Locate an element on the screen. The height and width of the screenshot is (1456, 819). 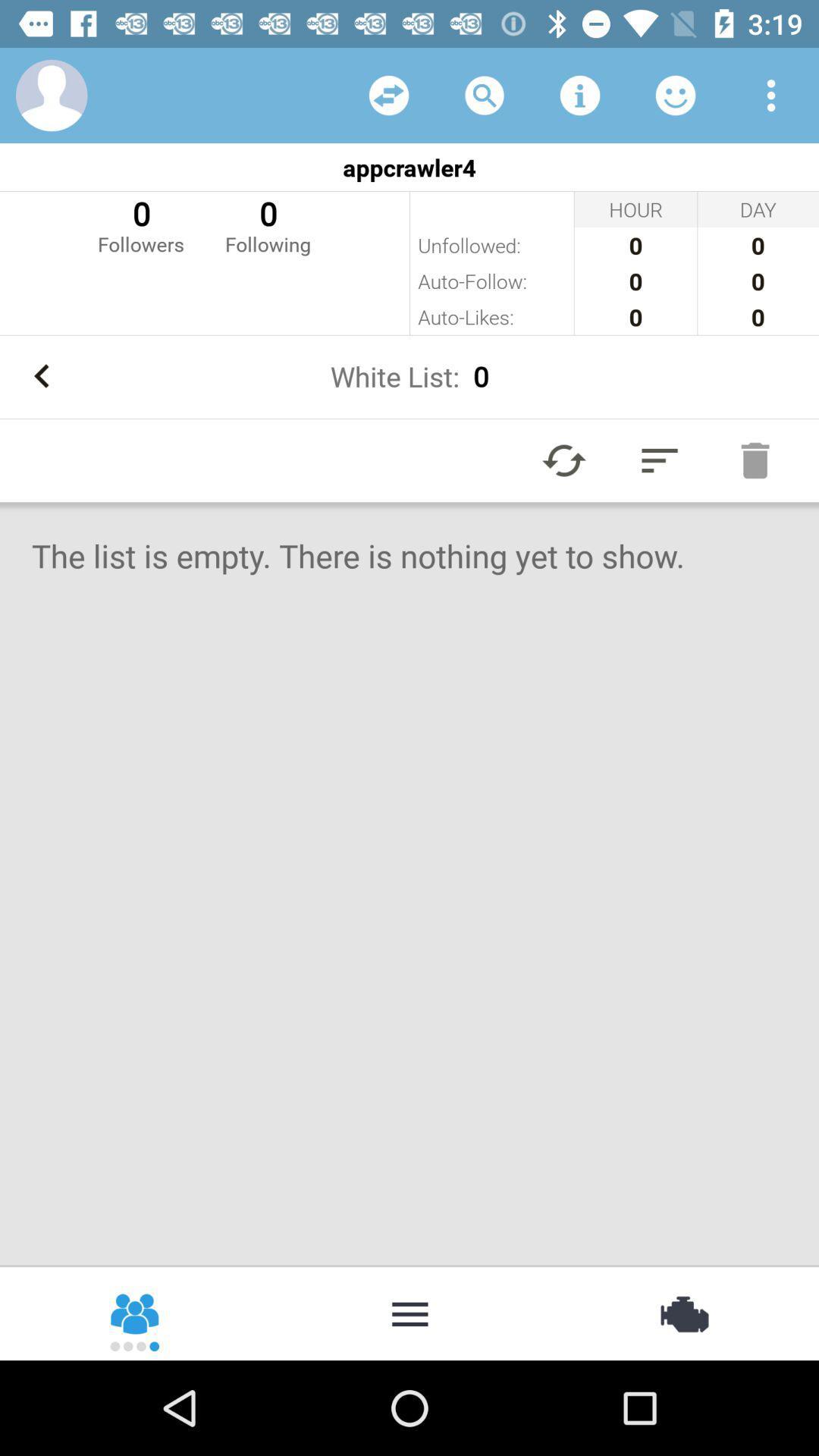
delete is located at coordinates (755, 460).